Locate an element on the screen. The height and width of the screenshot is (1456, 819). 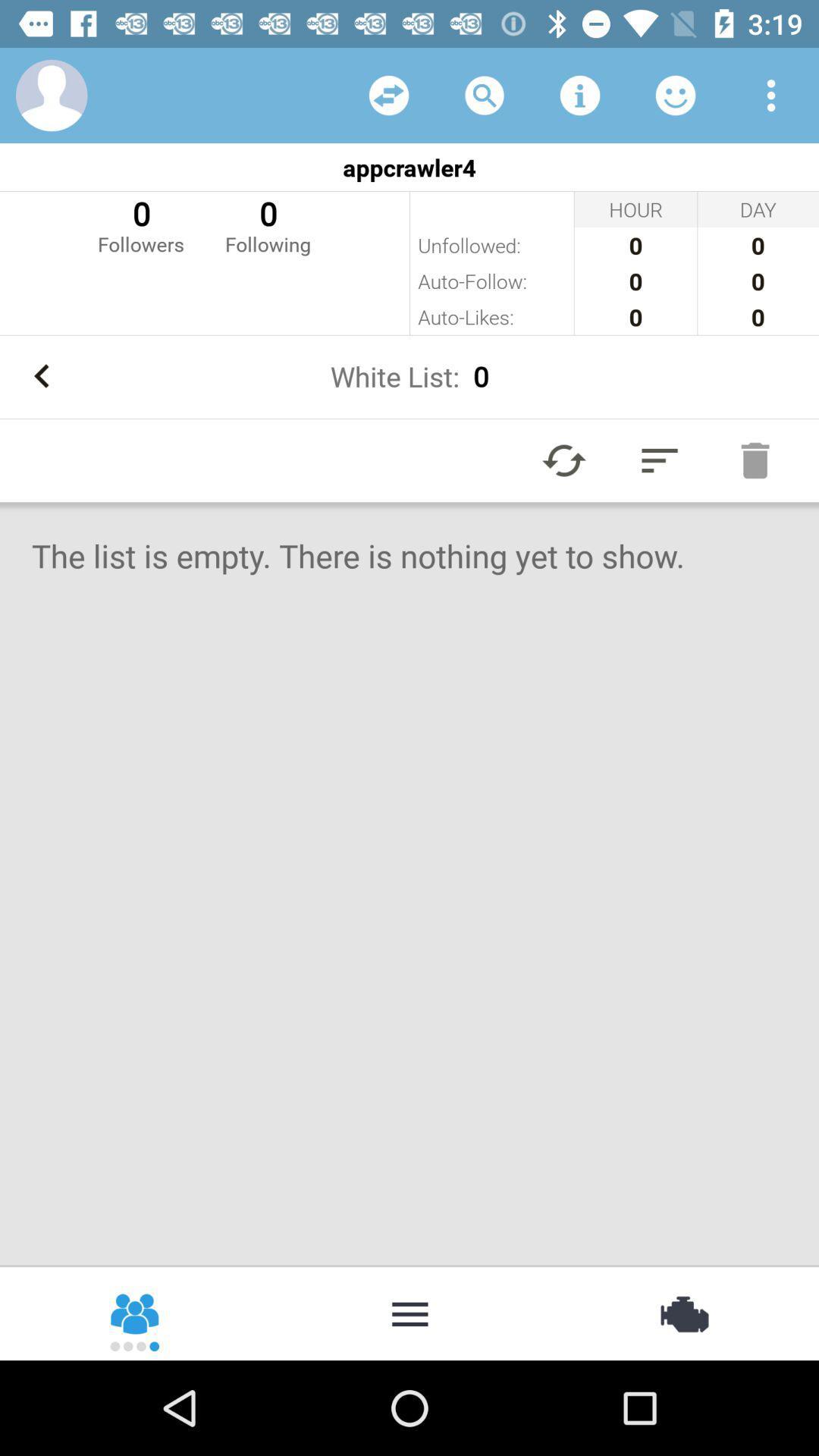
delete is located at coordinates (755, 460).